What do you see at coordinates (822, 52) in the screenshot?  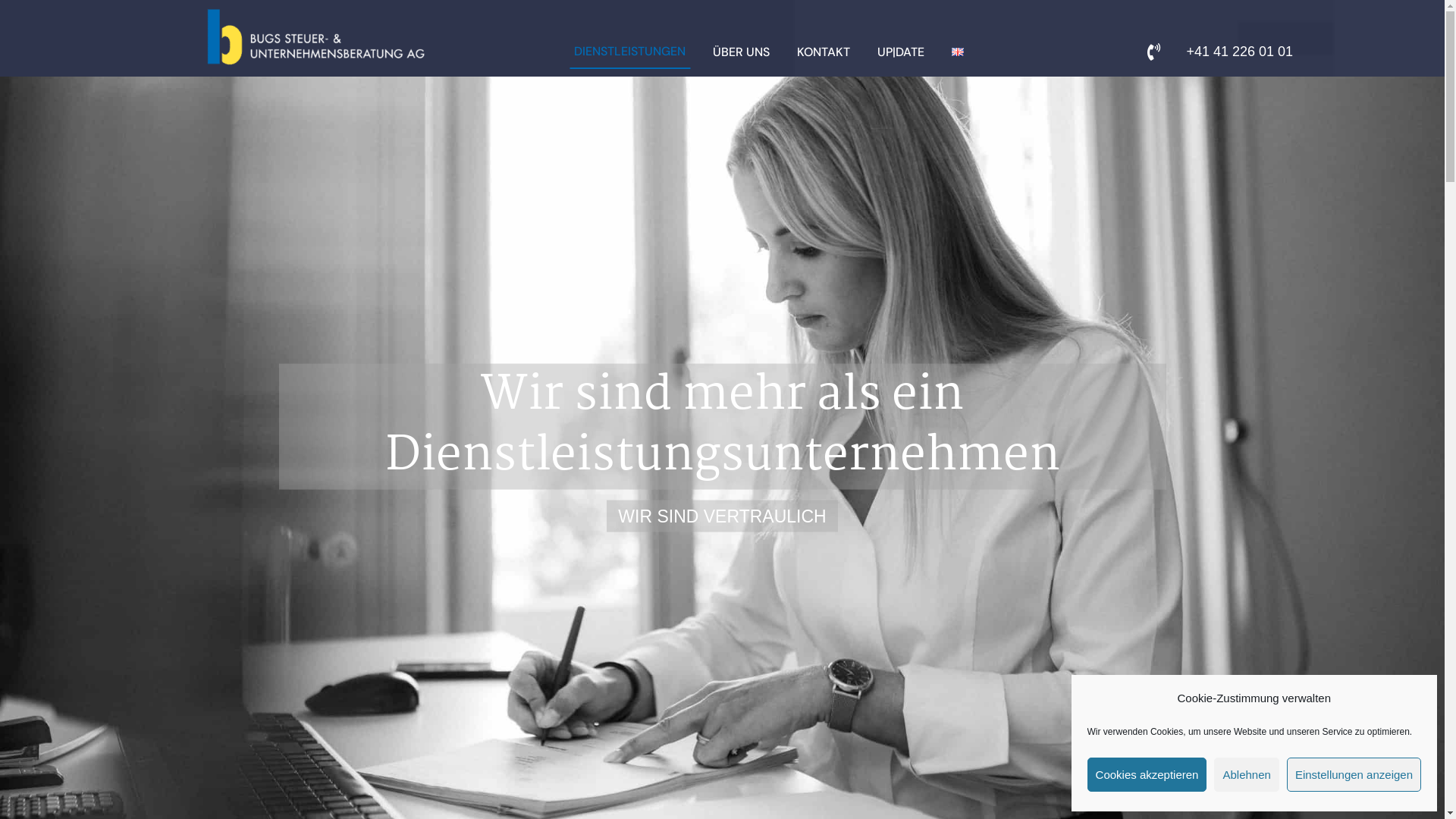 I see `'KONTAKT'` at bounding box center [822, 52].